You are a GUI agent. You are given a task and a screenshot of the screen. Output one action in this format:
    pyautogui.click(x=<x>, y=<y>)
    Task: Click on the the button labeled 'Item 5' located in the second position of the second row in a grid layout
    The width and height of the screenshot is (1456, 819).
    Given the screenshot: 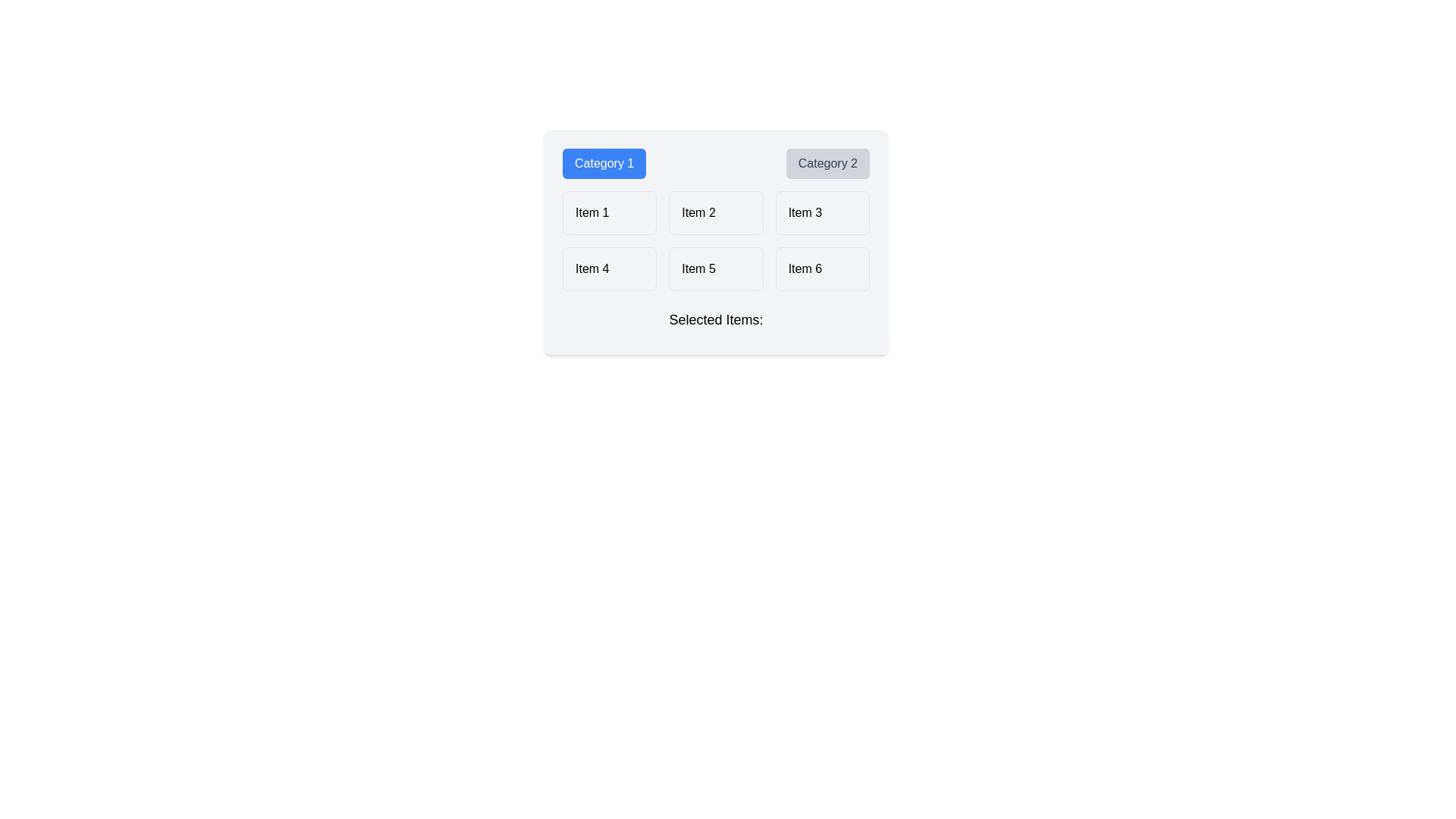 What is the action you would take?
    pyautogui.click(x=715, y=268)
    